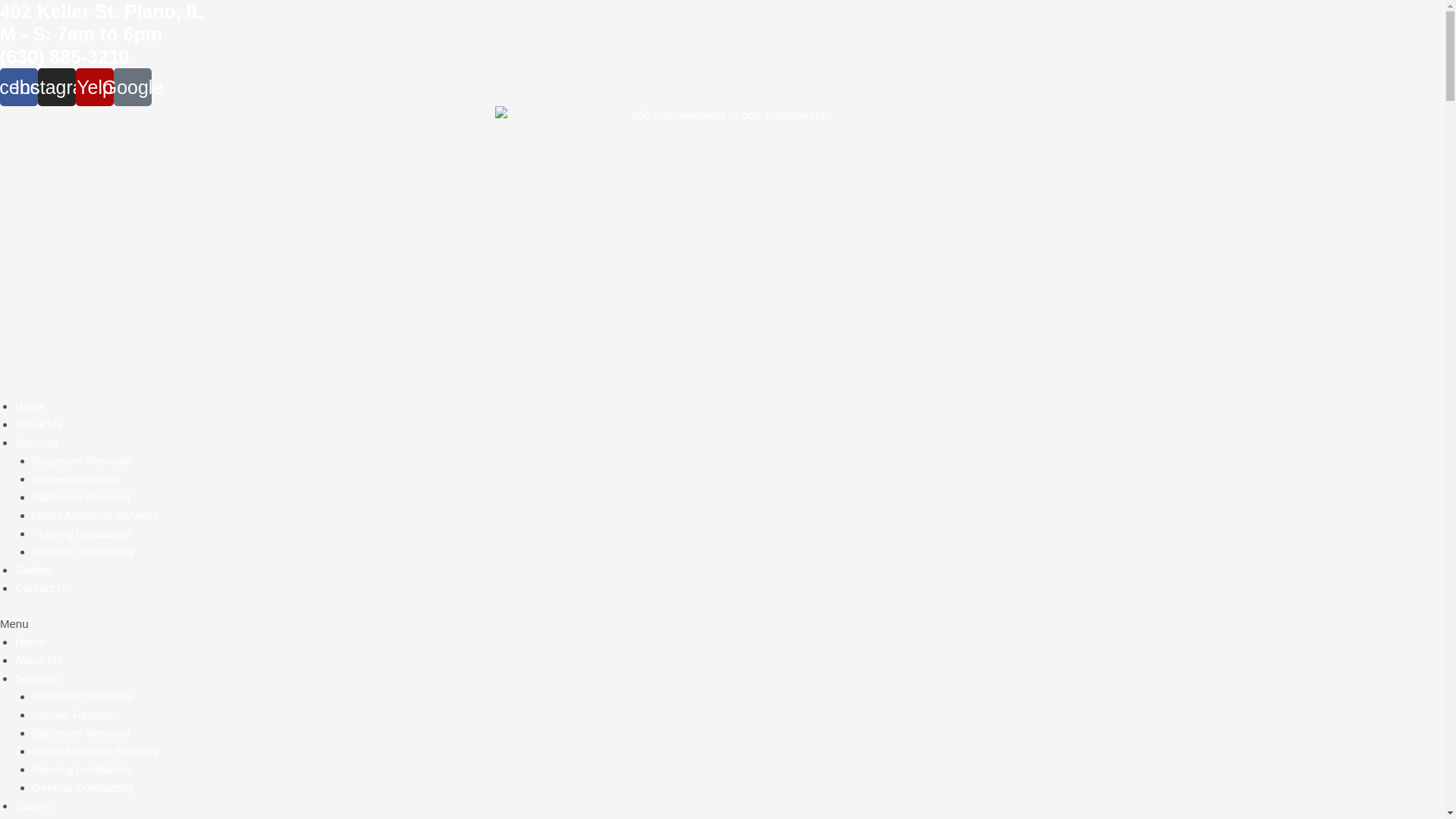  What do you see at coordinates (101, 11) in the screenshot?
I see `'402 Keller St. Plano, IL'` at bounding box center [101, 11].